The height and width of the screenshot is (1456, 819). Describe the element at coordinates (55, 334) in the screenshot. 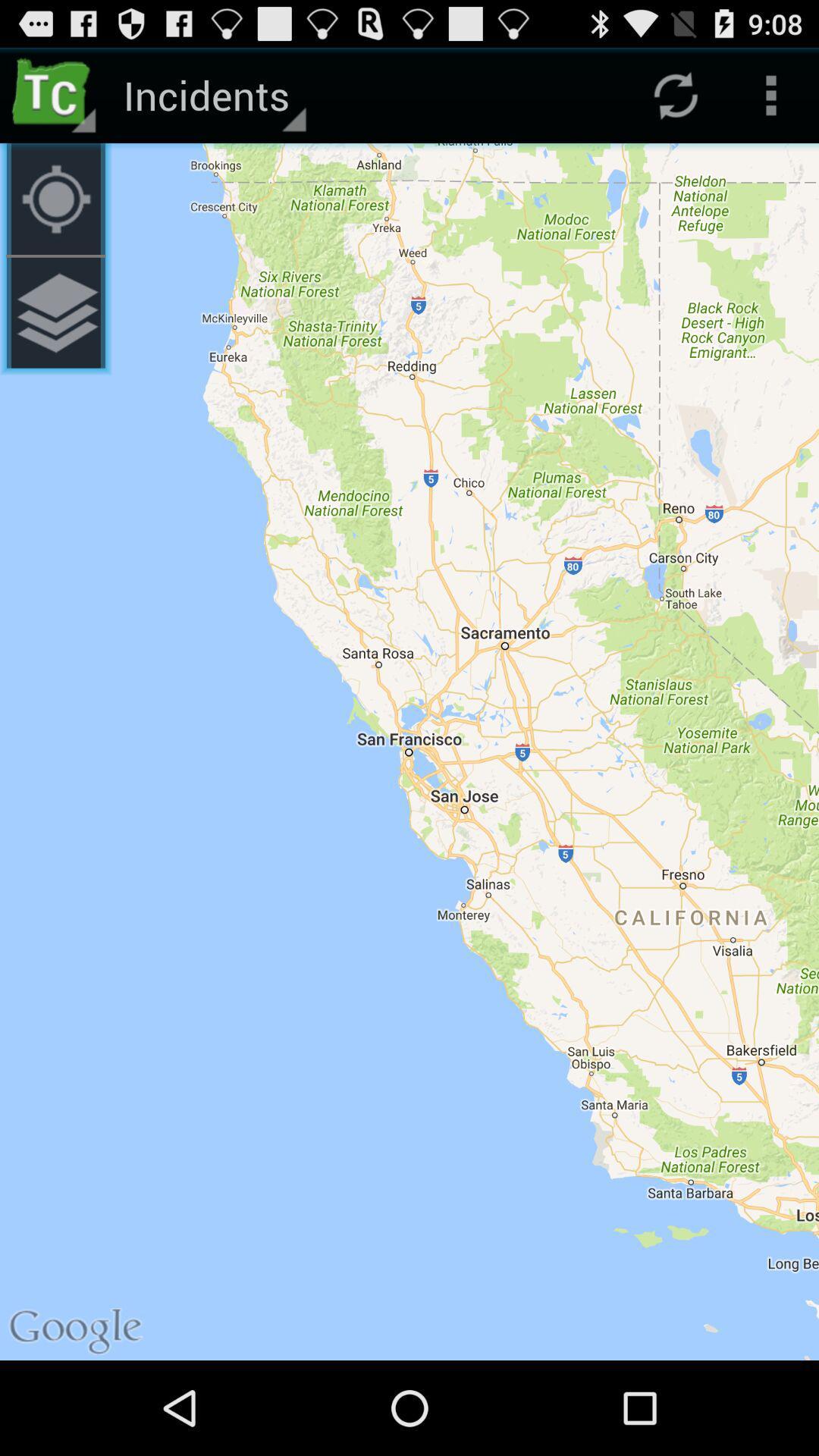

I see `the layers icon` at that location.